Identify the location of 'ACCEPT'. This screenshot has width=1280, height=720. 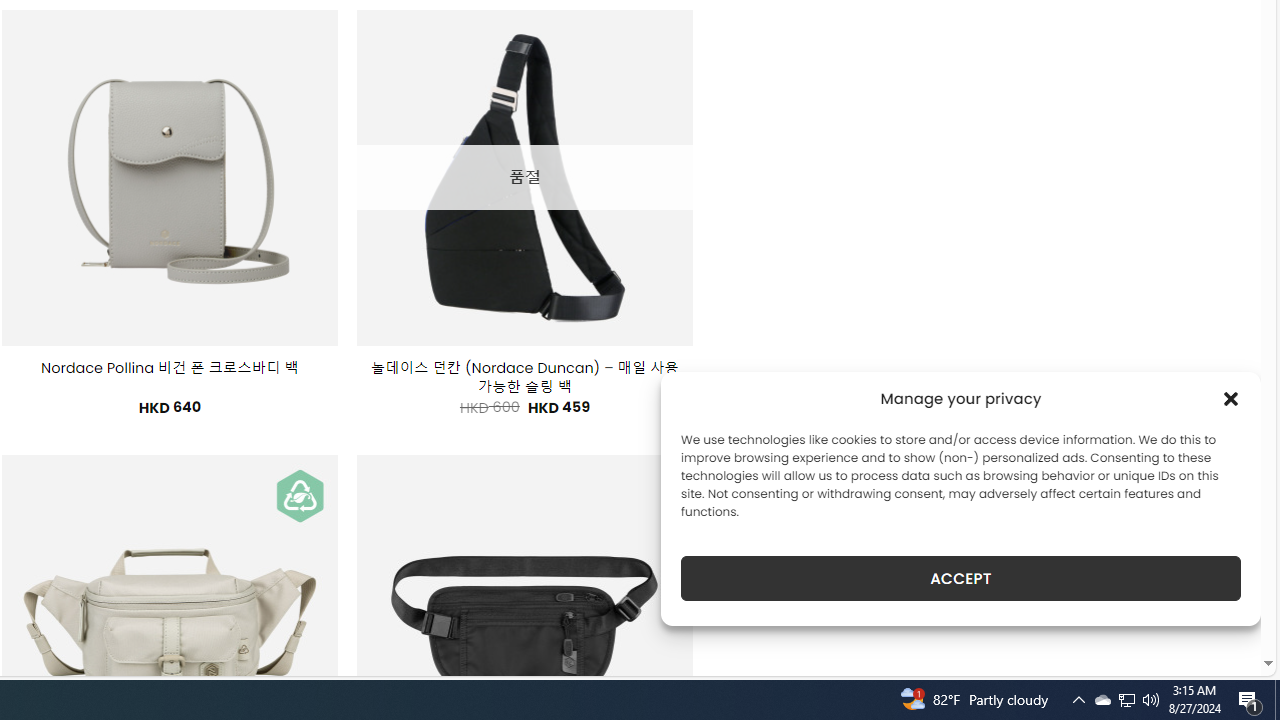
(961, 578).